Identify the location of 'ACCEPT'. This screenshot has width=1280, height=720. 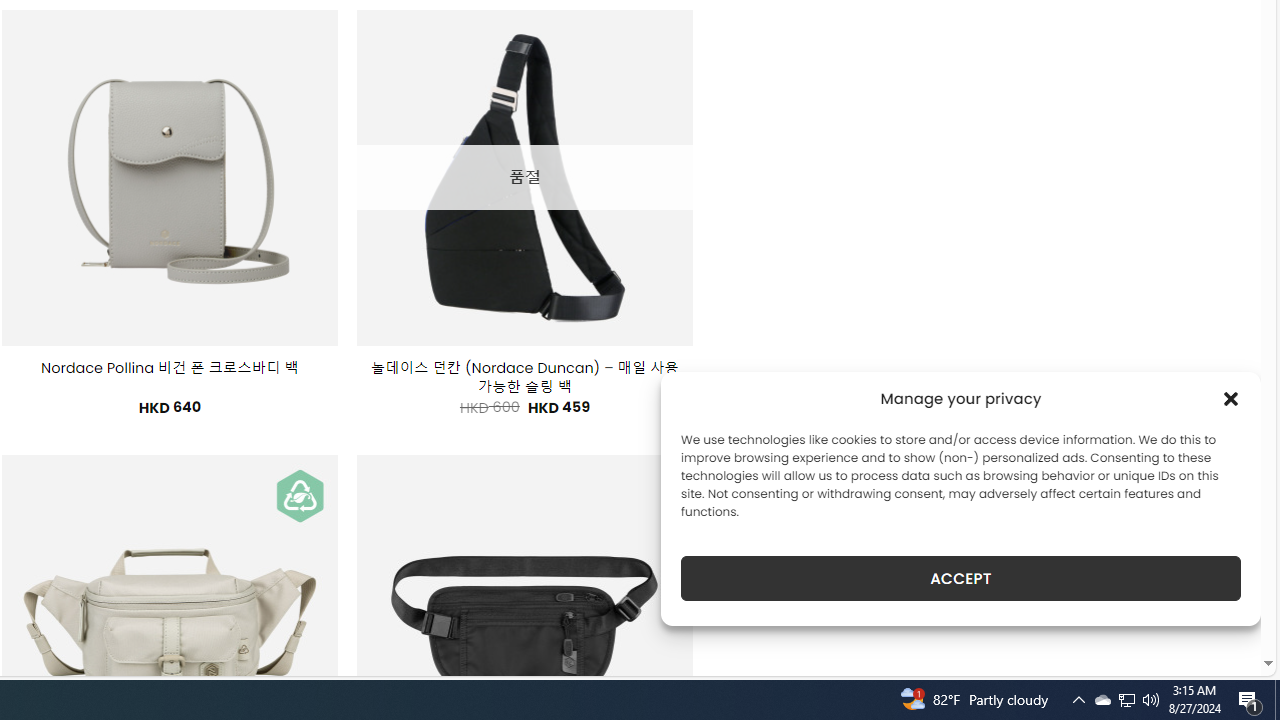
(961, 578).